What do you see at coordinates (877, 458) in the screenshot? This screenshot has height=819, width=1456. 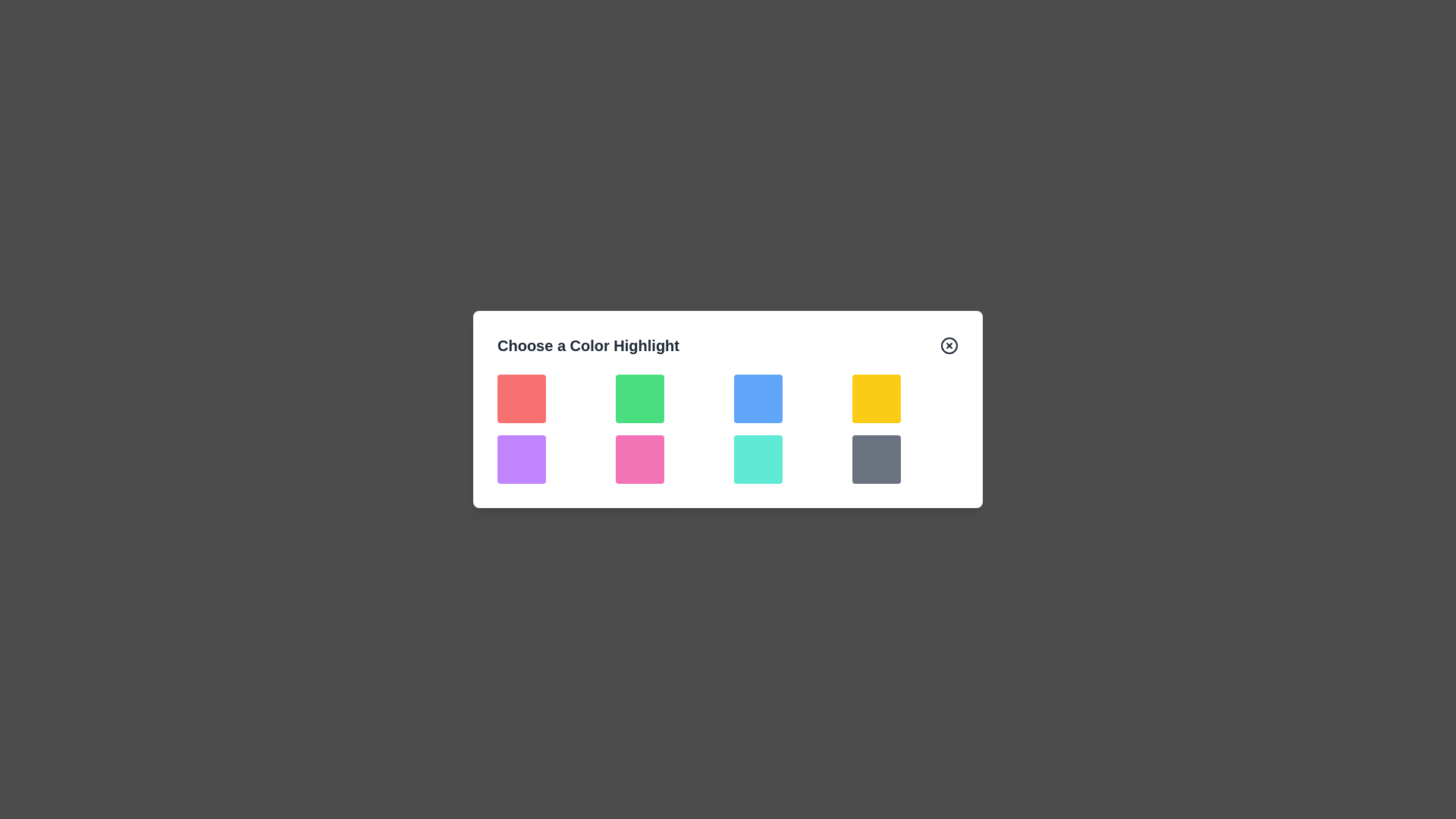 I see `the color block corresponding to gray` at bounding box center [877, 458].